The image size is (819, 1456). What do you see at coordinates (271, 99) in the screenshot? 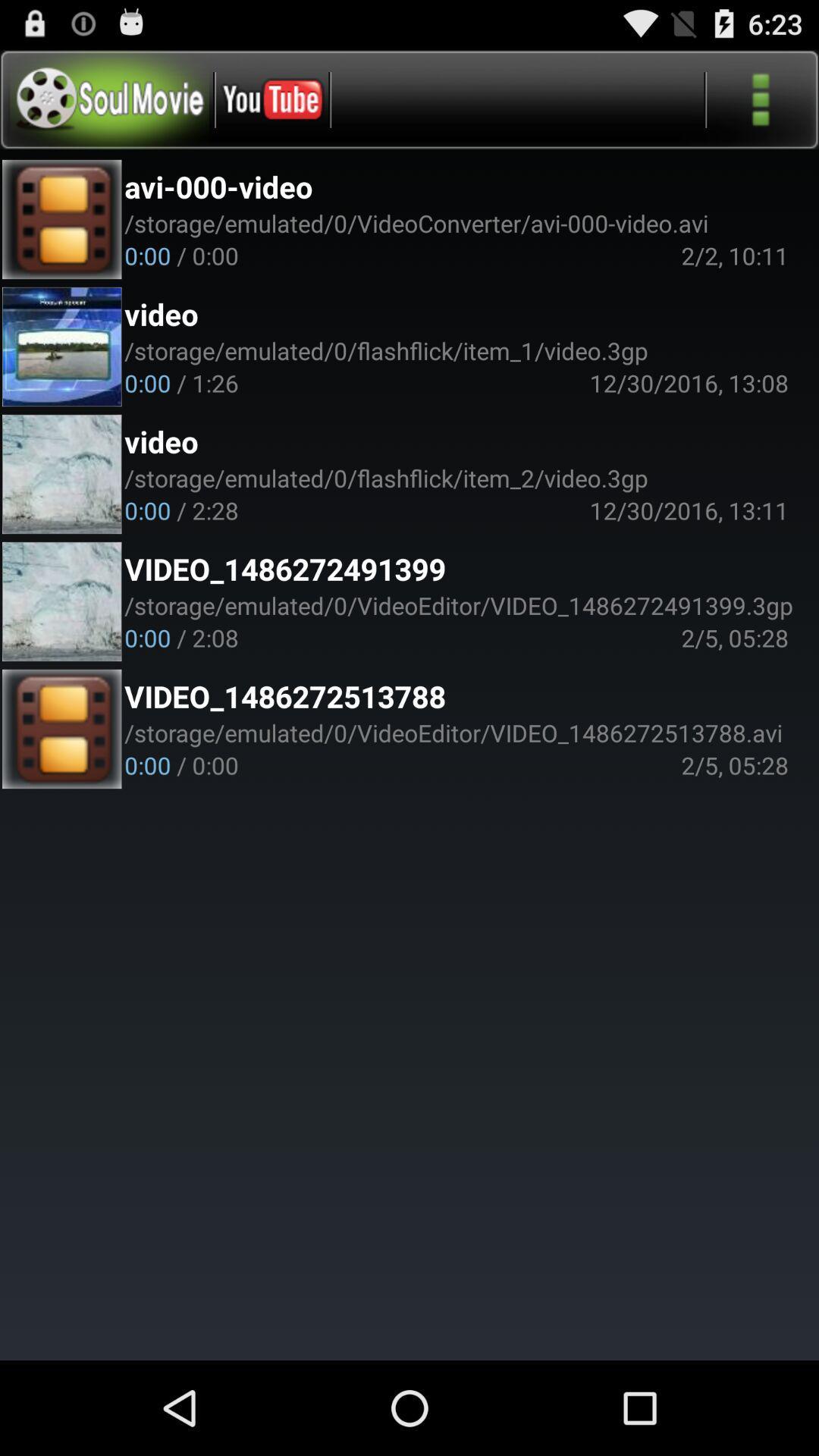
I see `the youtube logo on the web page` at bounding box center [271, 99].